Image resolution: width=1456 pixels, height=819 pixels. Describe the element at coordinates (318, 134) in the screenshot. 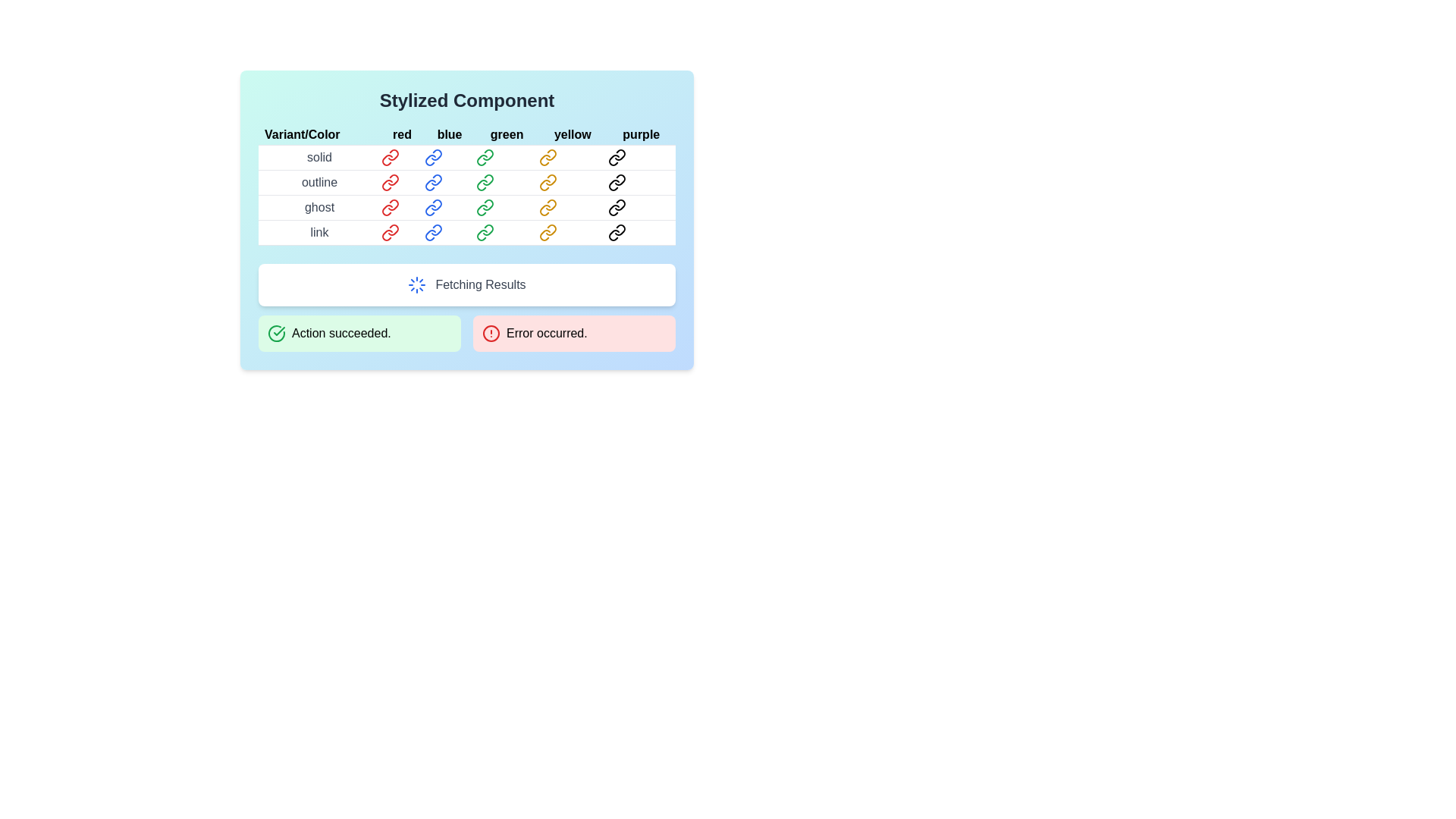

I see `the descriptive label located at the top-left corner of the table that categorizes color variants, positioned above the color options 'red', 'blue', 'green', 'yellow', and 'purple'` at that location.